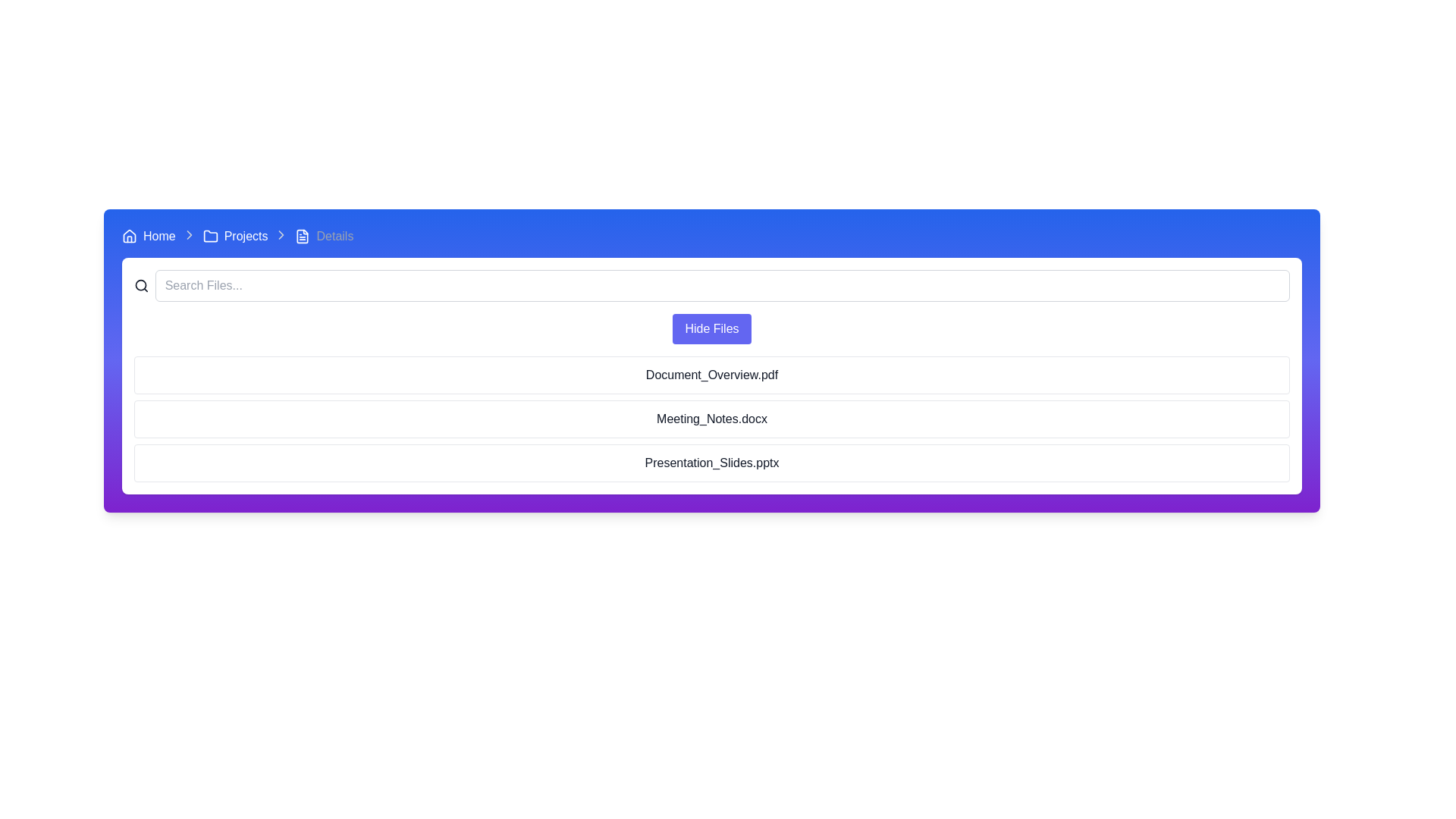  What do you see at coordinates (188, 234) in the screenshot?
I see `the non-interactive chevron icon in the breadcrumb navigation located between 'Projects' and 'Details' in the top navigation bar` at bounding box center [188, 234].